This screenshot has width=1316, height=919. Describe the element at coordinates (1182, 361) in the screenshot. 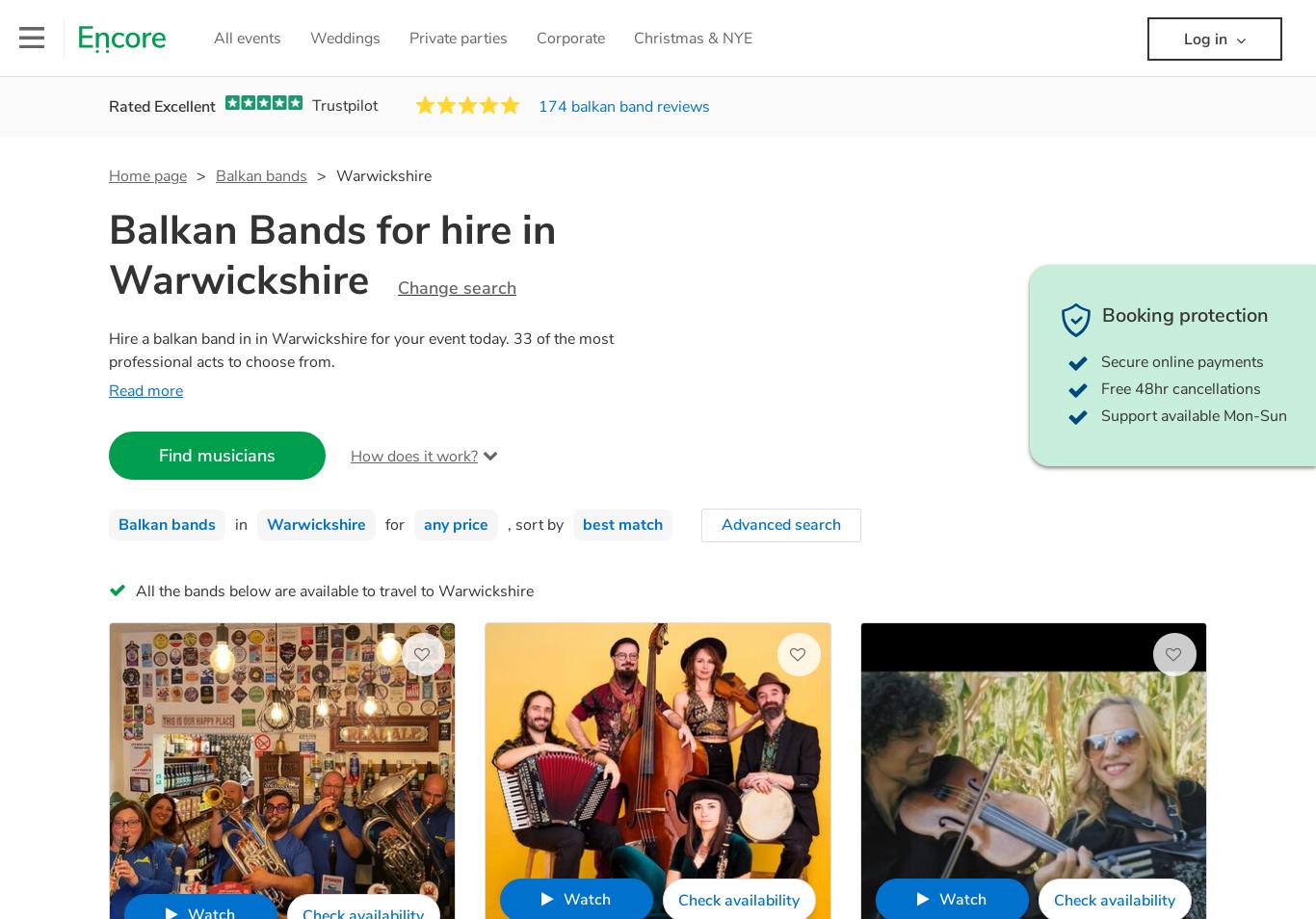

I see `'Secure online payments'` at that location.